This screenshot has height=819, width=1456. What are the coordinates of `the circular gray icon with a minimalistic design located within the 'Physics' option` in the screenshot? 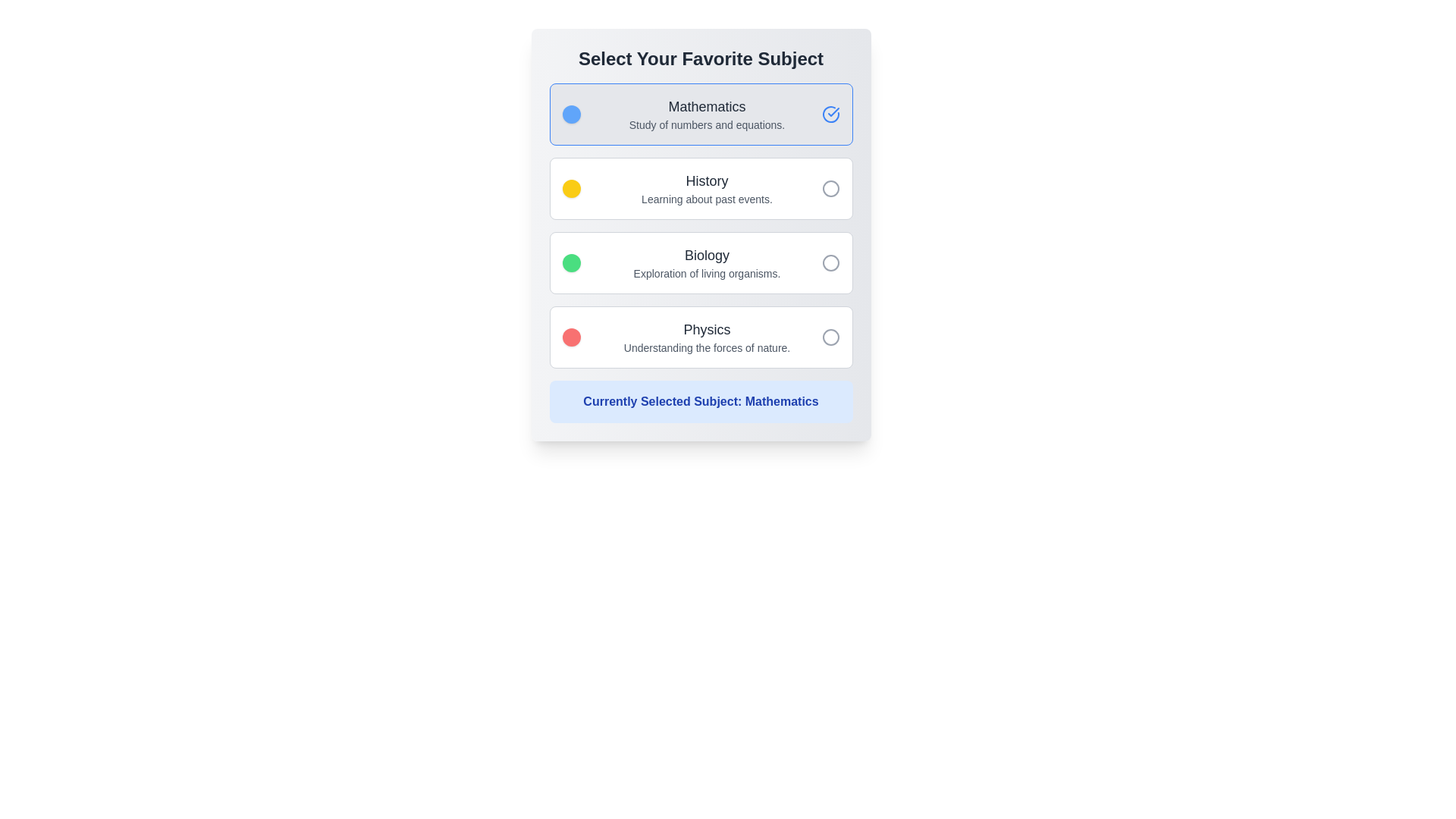 It's located at (830, 336).